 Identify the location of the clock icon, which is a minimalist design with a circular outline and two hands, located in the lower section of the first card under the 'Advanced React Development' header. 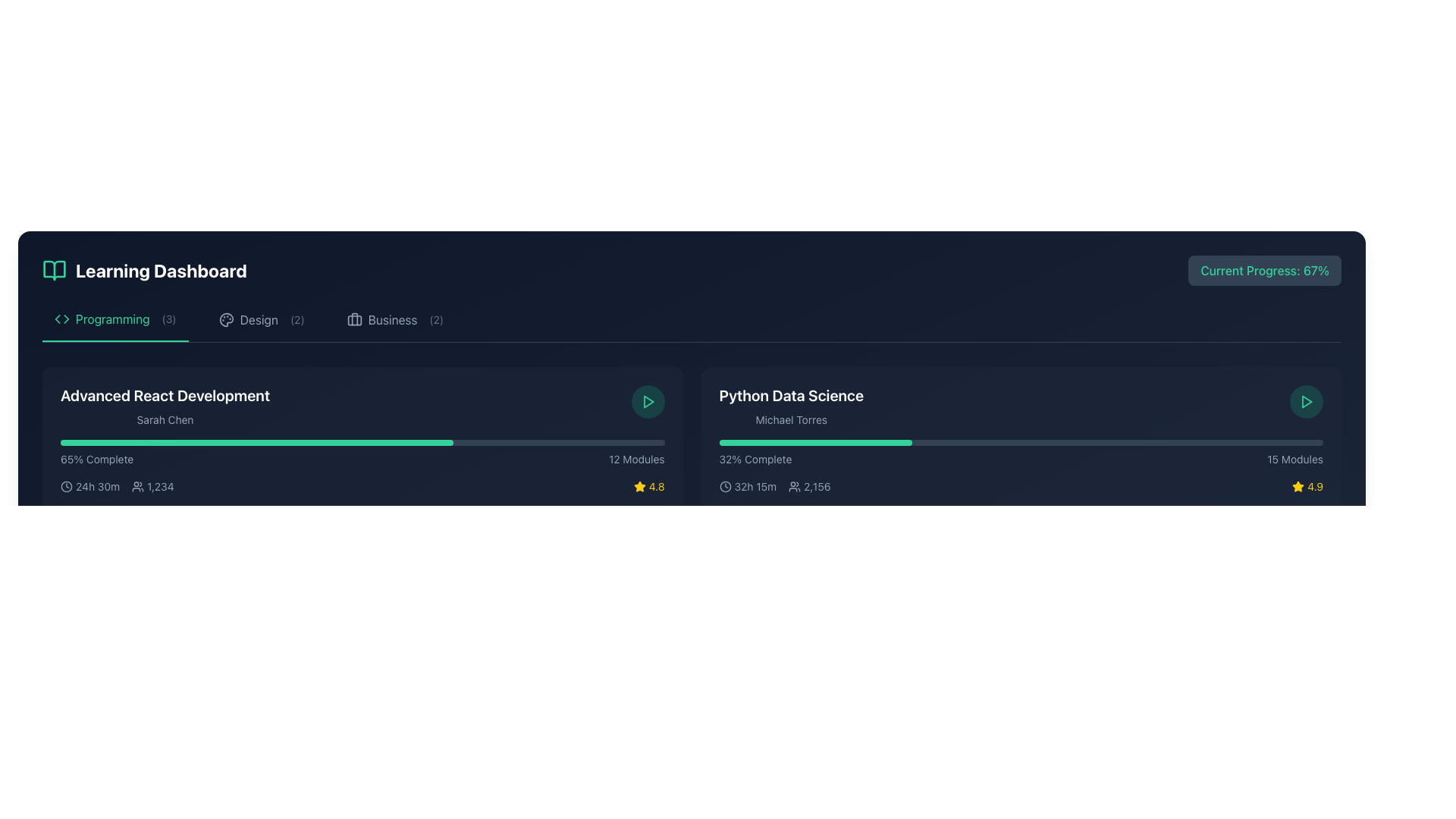
(65, 649).